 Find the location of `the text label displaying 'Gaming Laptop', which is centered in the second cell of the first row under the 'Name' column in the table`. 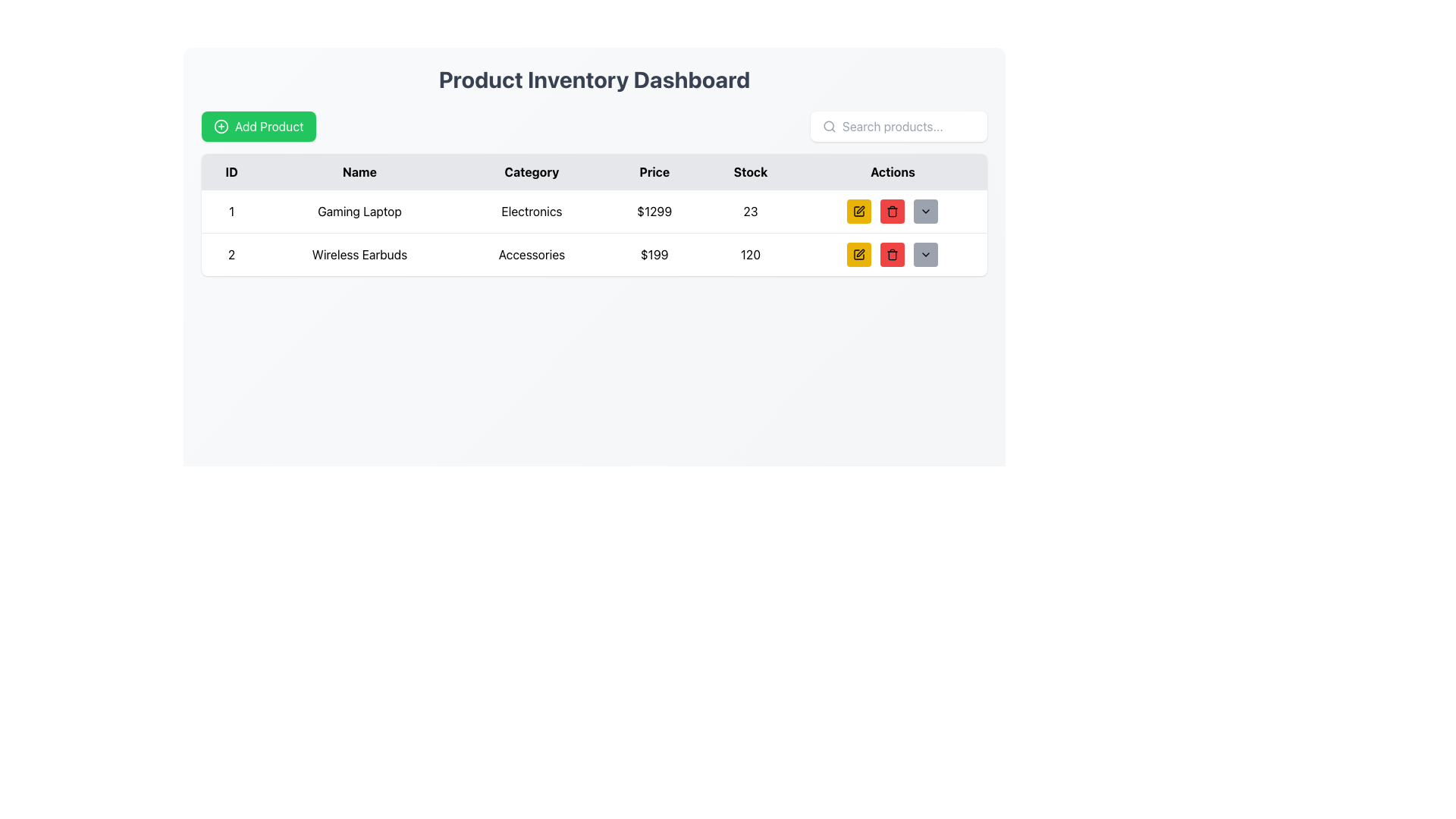

the text label displaying 'Gaming Laptop', which is centered in the second cell of the first row under the 'Name' column in the table is located at coordinates (359, 212).